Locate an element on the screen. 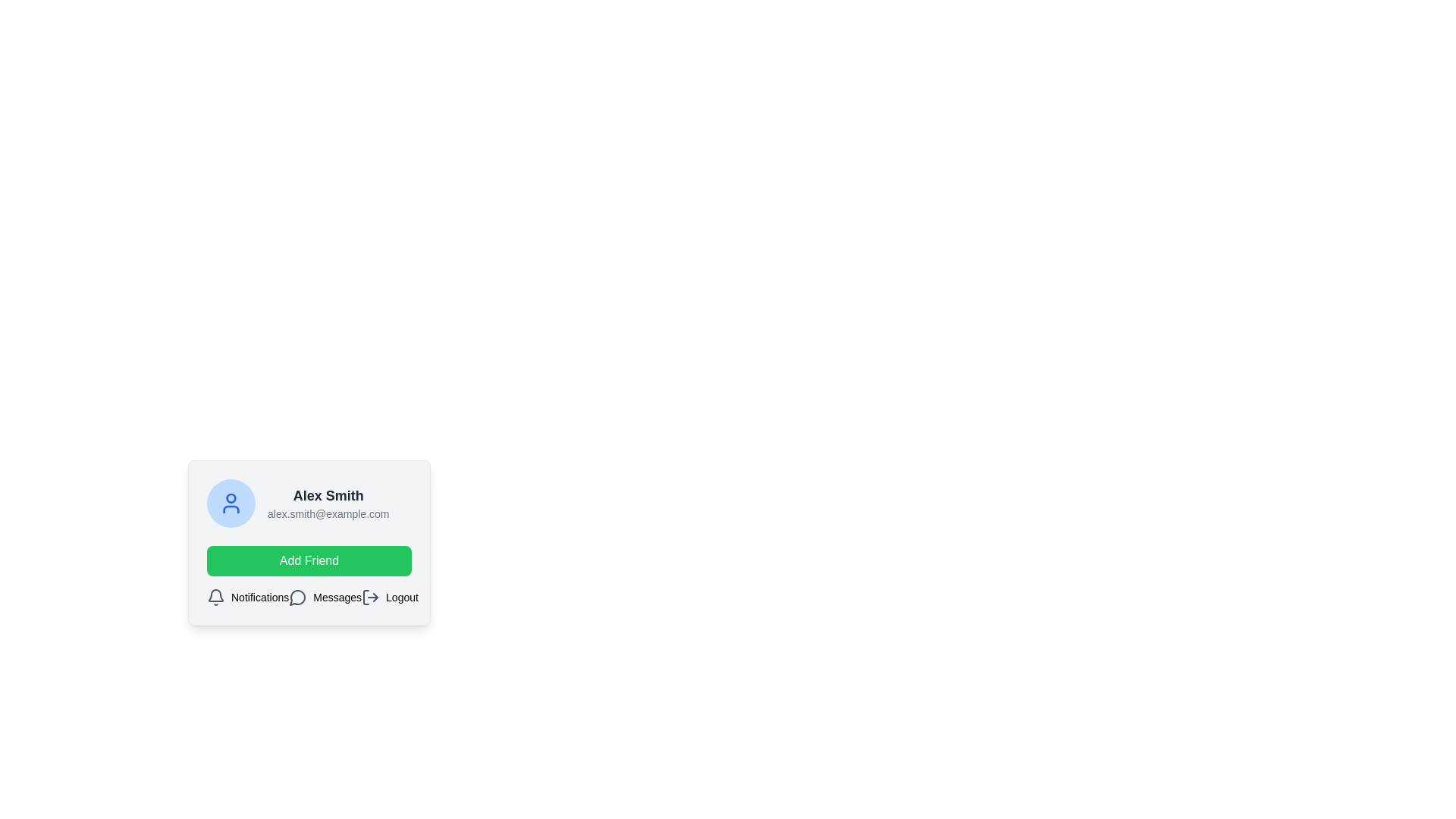 This screenshot has width=1456, height=819. the User profile display section, which shows the user's name and contact details is located at coordinates (309, 503).